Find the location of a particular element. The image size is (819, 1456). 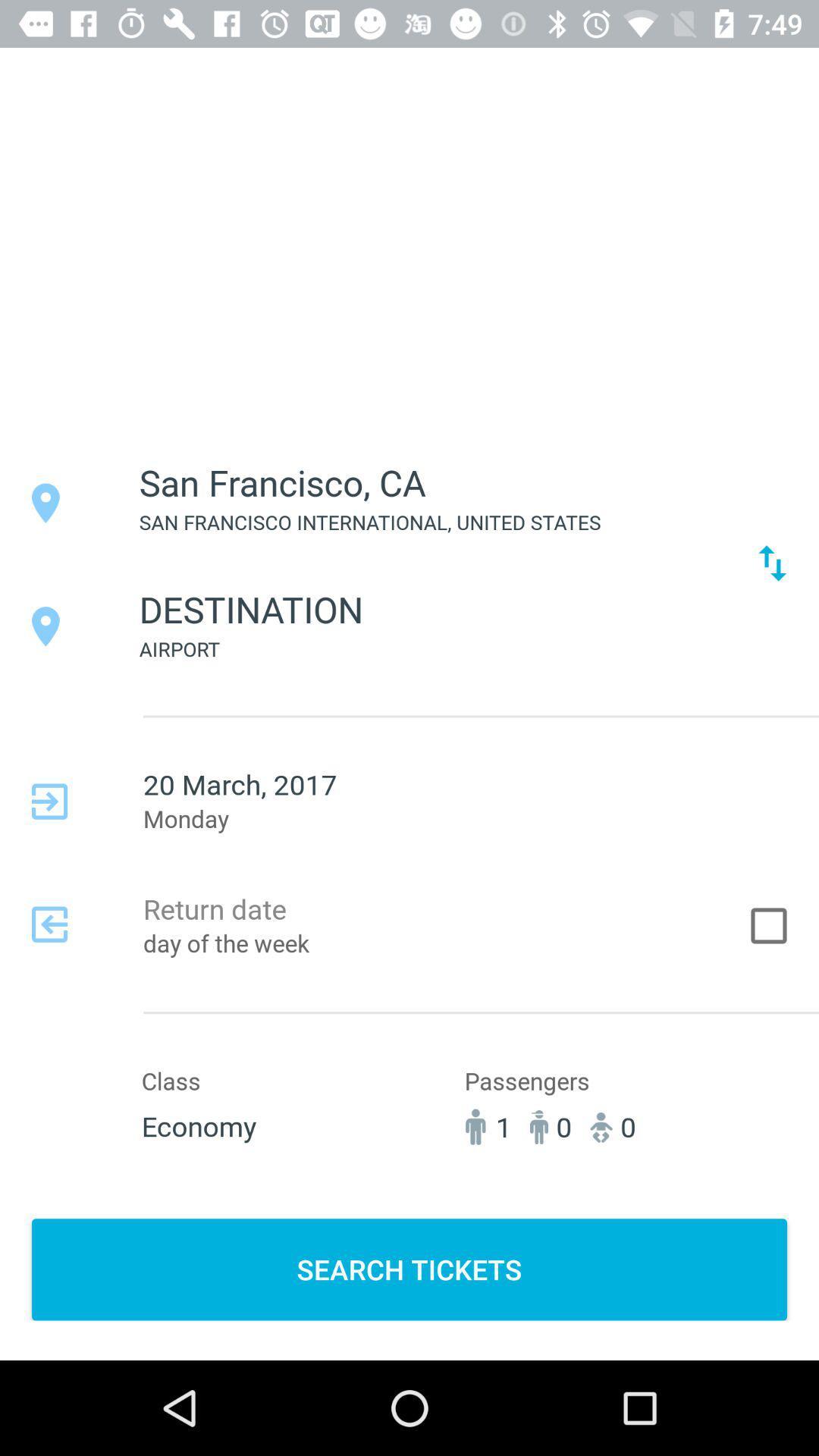

the item below 1 icon is located at coordinates (409, 1269).